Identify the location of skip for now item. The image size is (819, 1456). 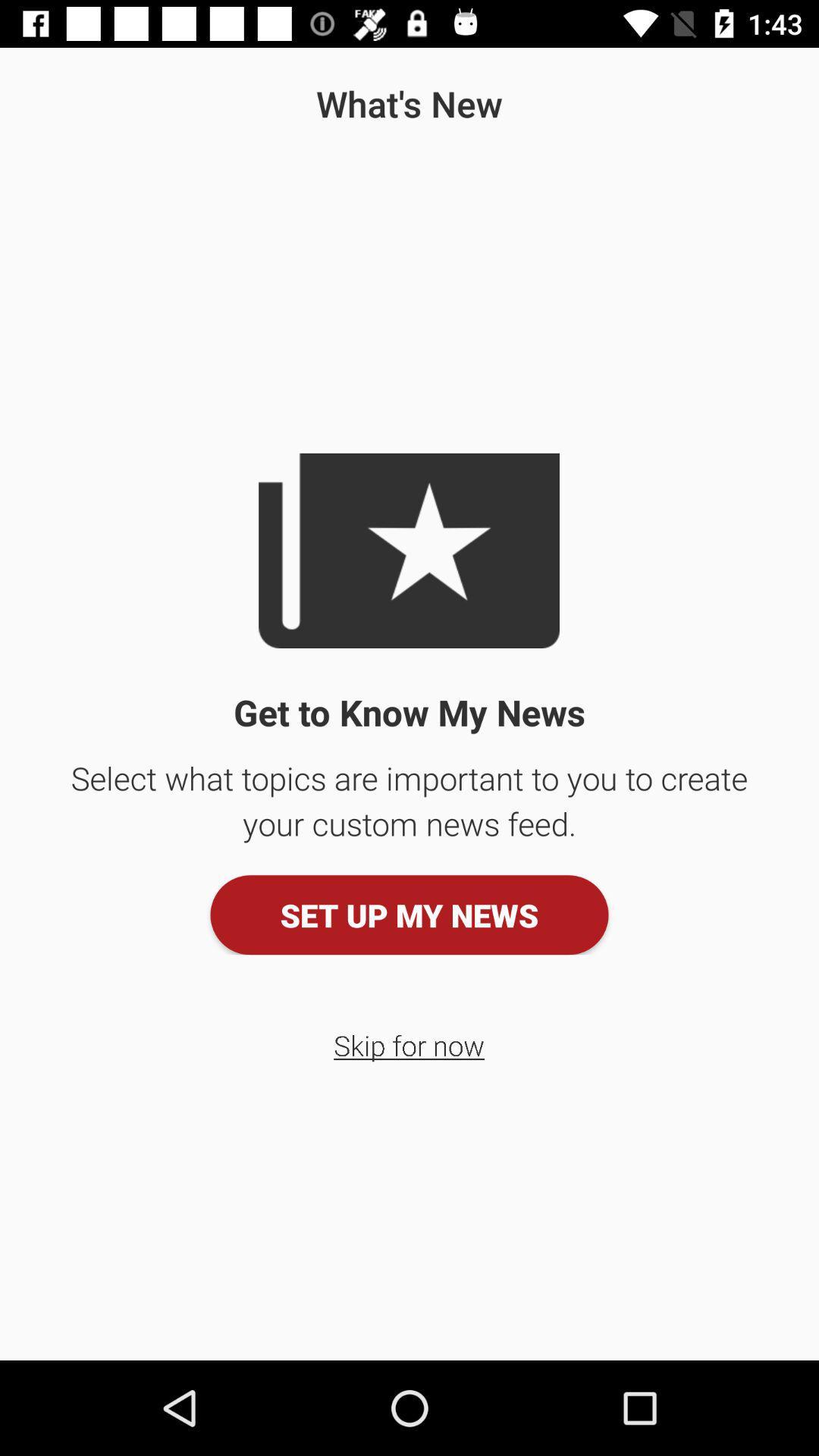
(408, 1044).